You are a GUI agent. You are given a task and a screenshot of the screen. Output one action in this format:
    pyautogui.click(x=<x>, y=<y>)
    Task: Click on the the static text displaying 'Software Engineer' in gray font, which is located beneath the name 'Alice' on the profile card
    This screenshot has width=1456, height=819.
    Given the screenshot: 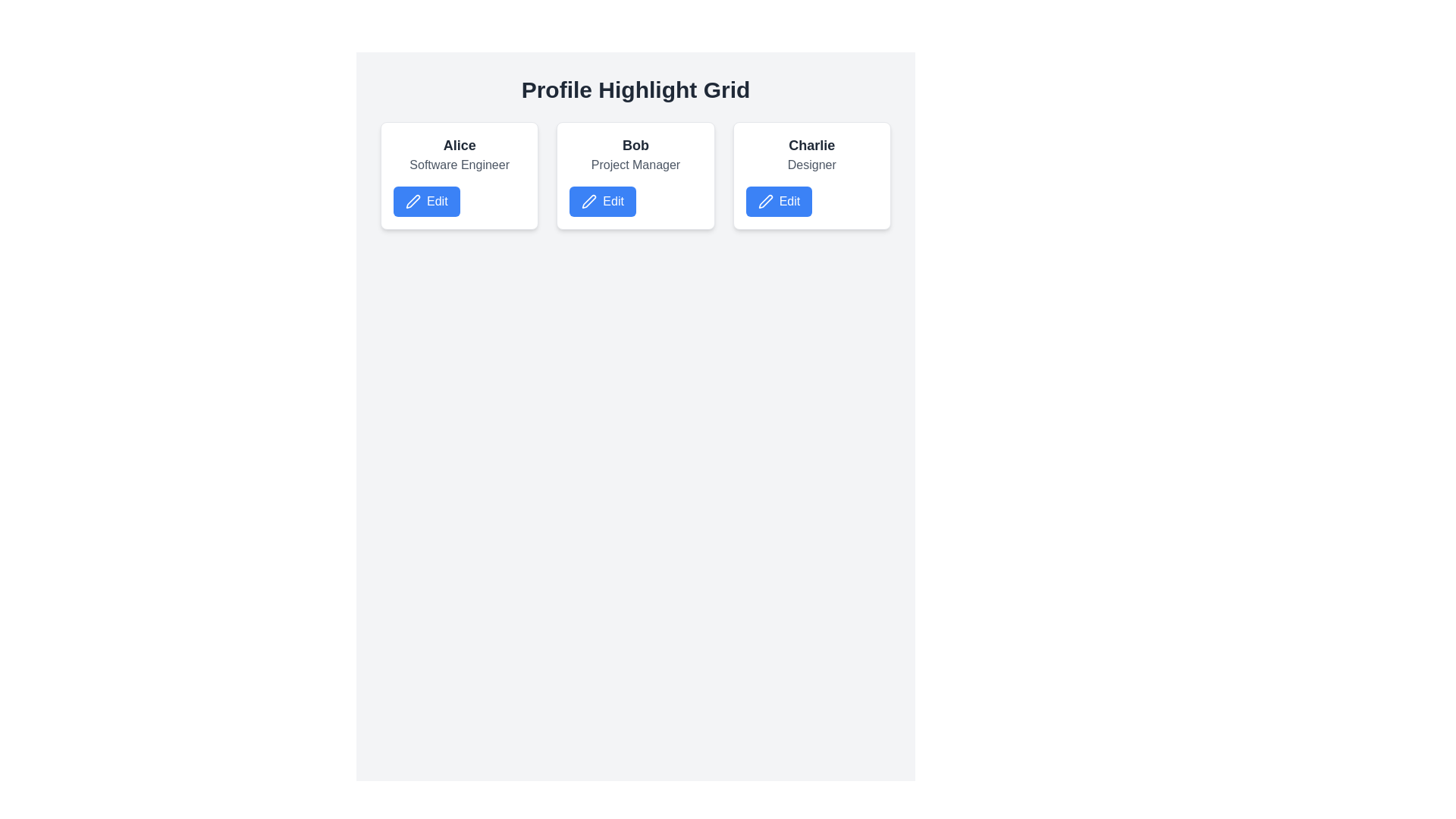 What is the action you would take?
    pyautogui.click(x=459, y=165)
    